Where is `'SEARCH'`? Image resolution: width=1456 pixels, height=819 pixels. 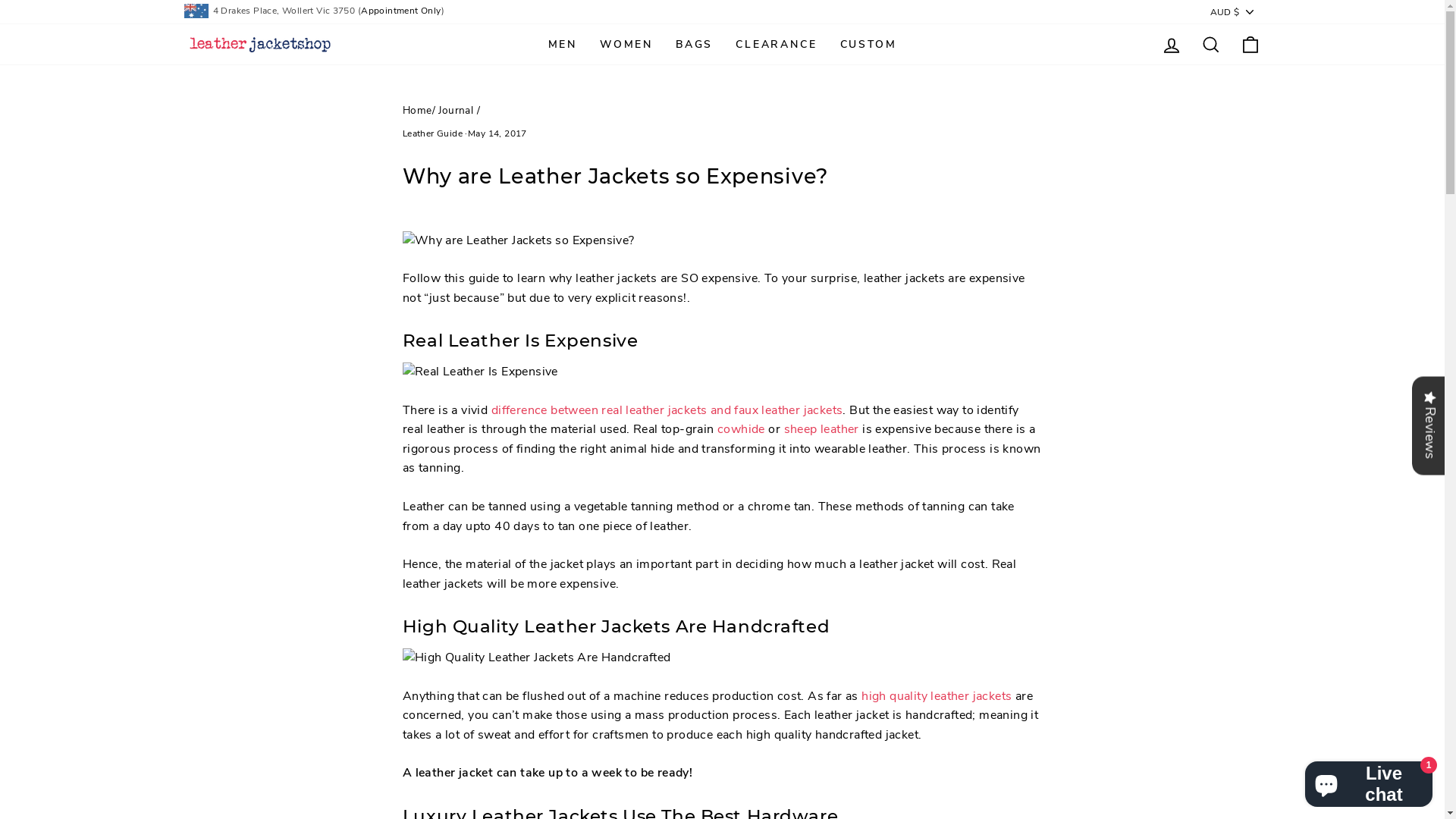 'SEARCH' is located at coordinates (1210, 43).